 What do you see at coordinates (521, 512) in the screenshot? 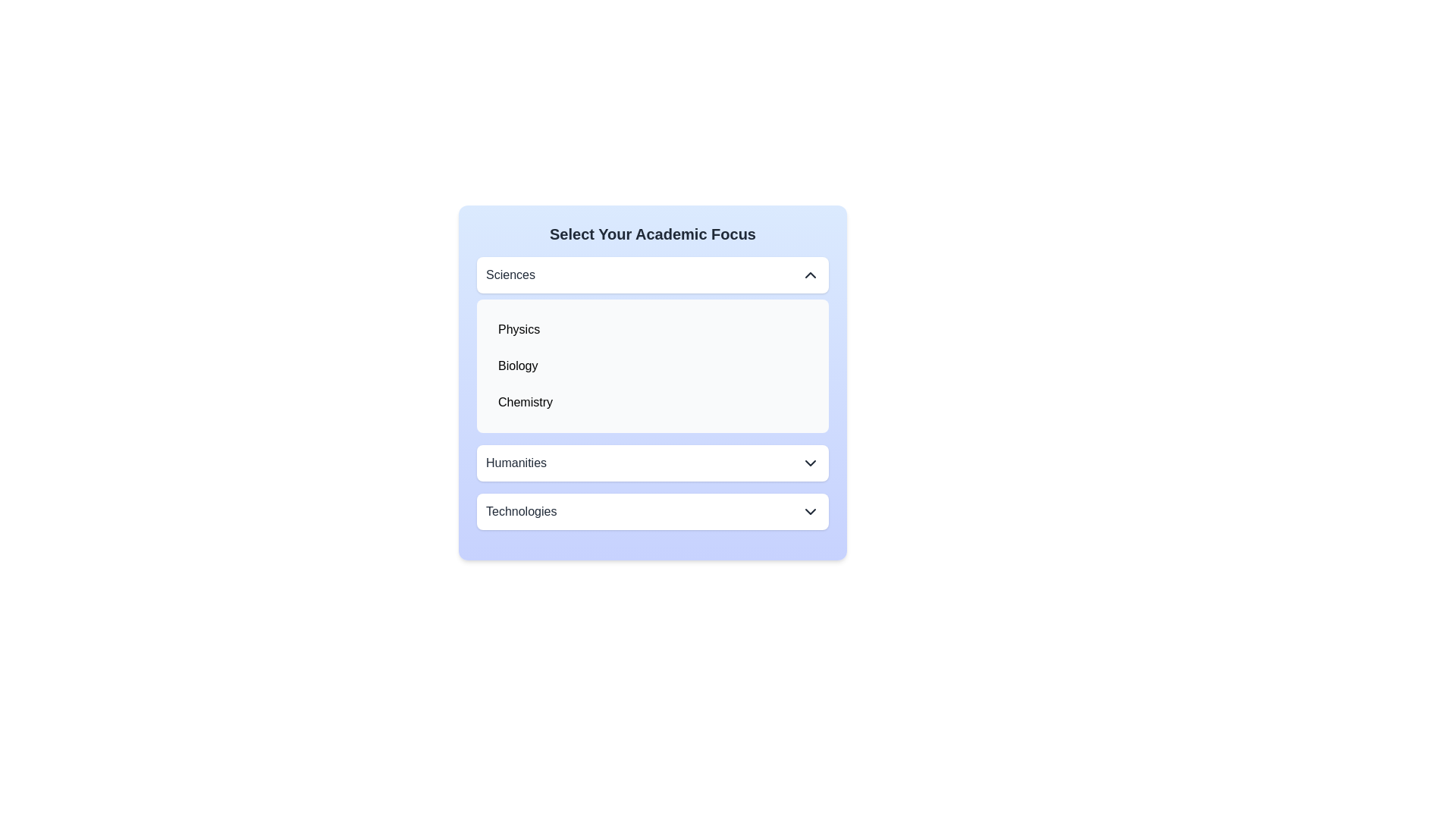
I see `the text label displaying 'Technologies', which is part of a hierarchical dropdown UI design positioned within a white-background rectangular area` at bounding box center [521, 512].